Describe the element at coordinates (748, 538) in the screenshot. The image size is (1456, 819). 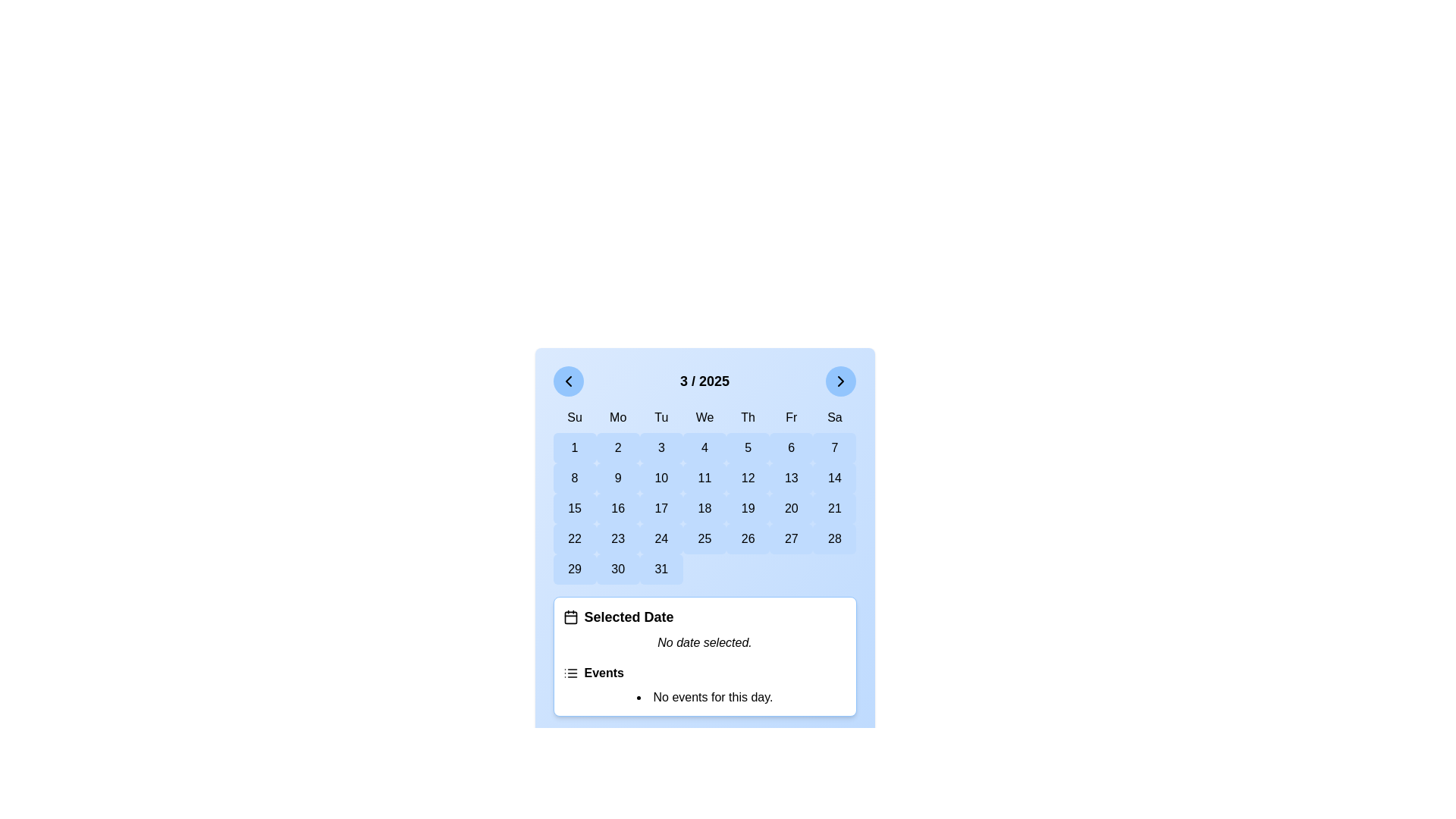
I see `the button displaying the number '26' in bold text, which is centered within a rounded rectangular shape with a light blue background` at that location.